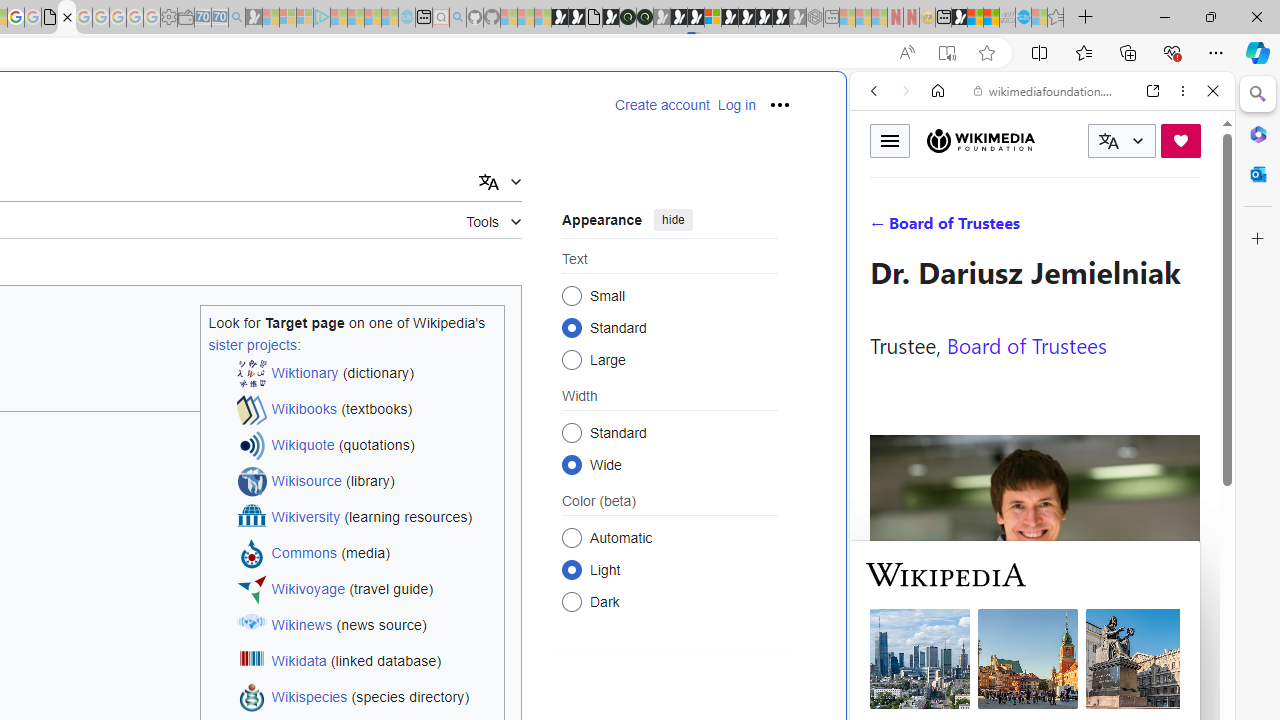 The image size is (1280, 720). I want to click on 'Class: i icon icon-translate language-switcher__icon', so click(1108, 140).